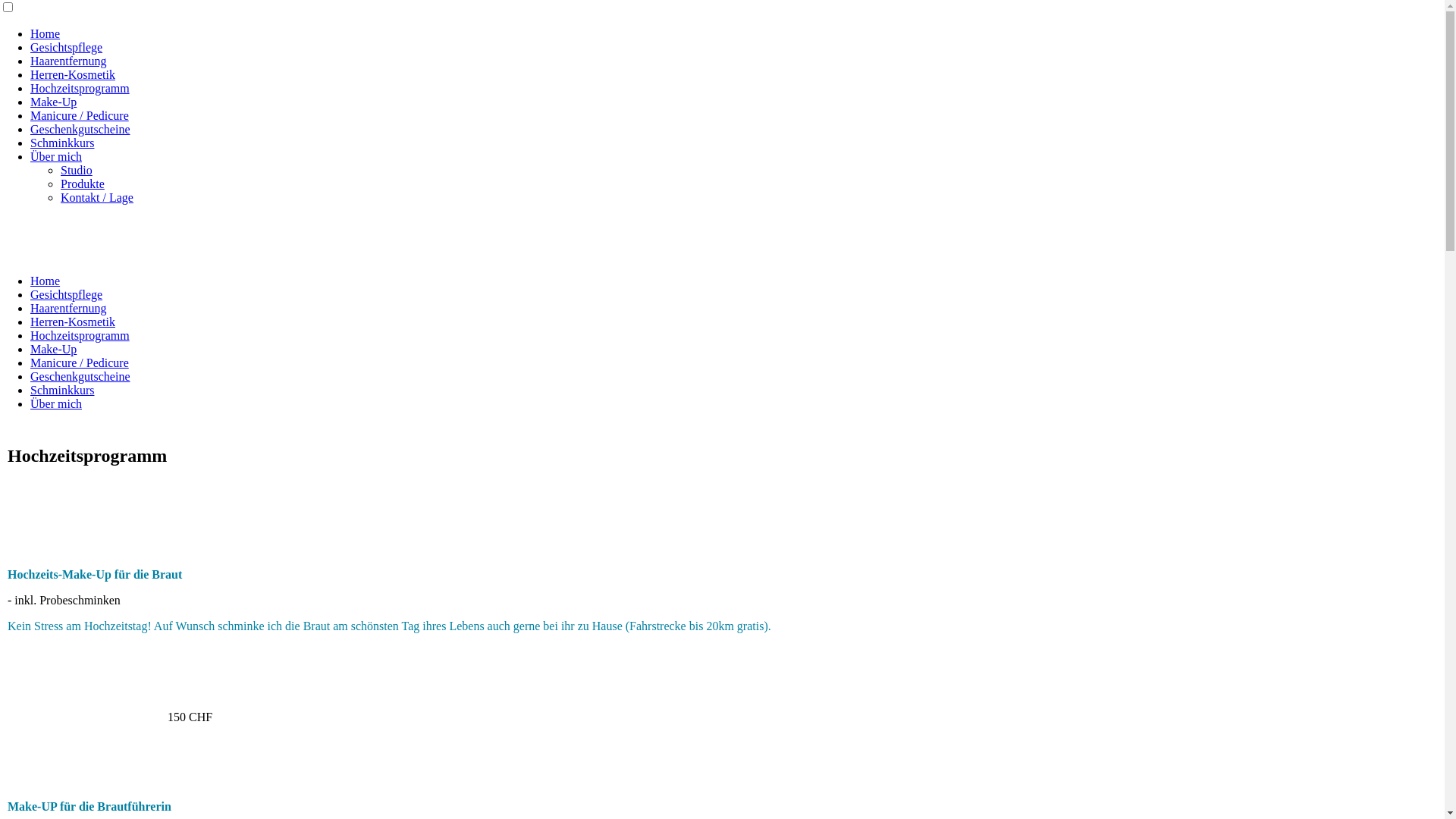 The height and width of the screenshot is (819, 1456). I want to click on 'Manicure / Pedicure', so click(30, 115).